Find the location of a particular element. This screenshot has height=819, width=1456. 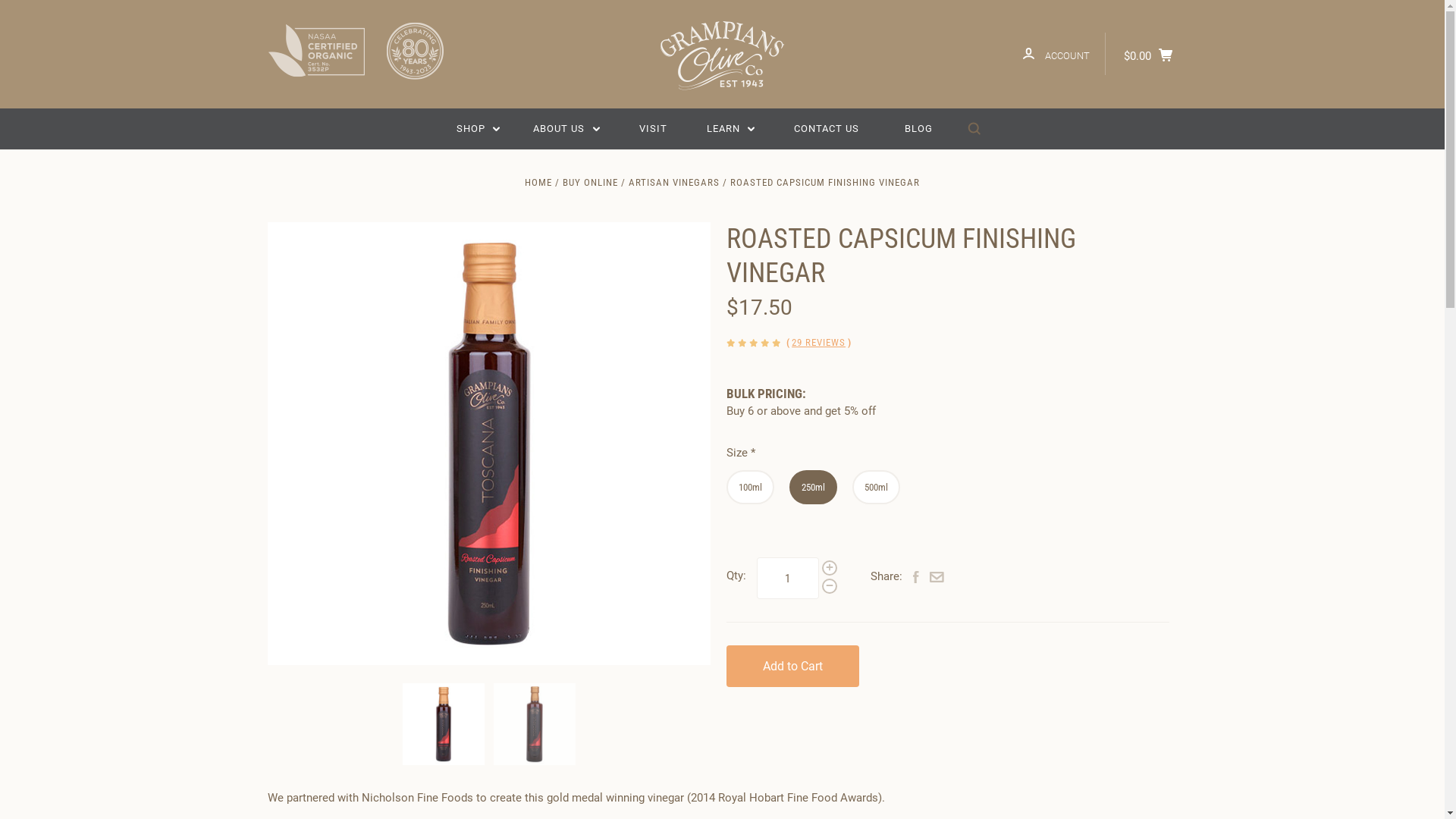

'ACCOUNT ACCOUNT' is located at coordinates (1055, 52).